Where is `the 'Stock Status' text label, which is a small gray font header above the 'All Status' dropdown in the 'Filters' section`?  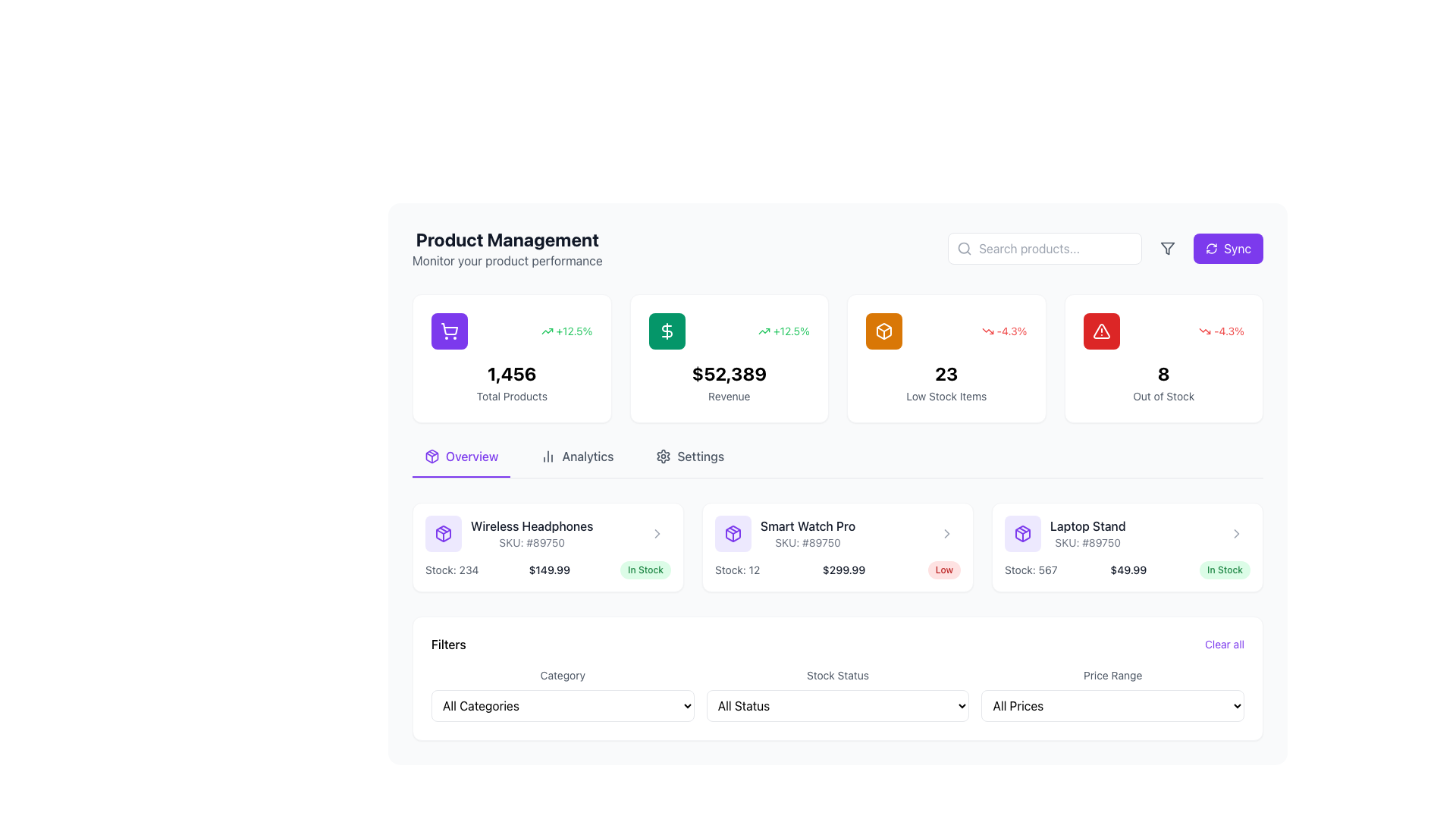
the 'Stock Status' text label, which is a small gray font header above the 'All Status' dropdown in the 'Filters' section is located at coordinates (836, 674).